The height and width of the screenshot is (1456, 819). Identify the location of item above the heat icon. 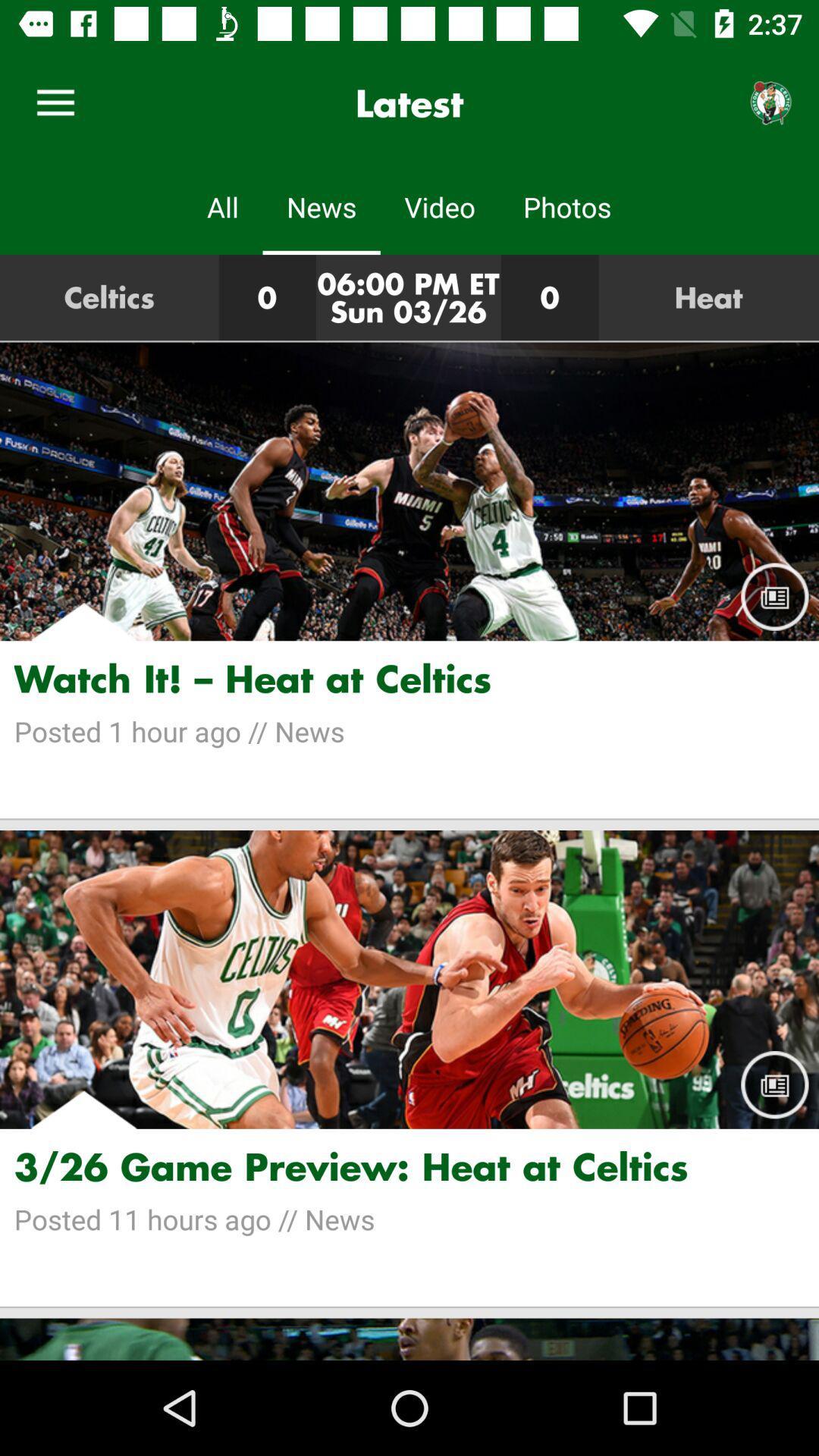
(771, 102).